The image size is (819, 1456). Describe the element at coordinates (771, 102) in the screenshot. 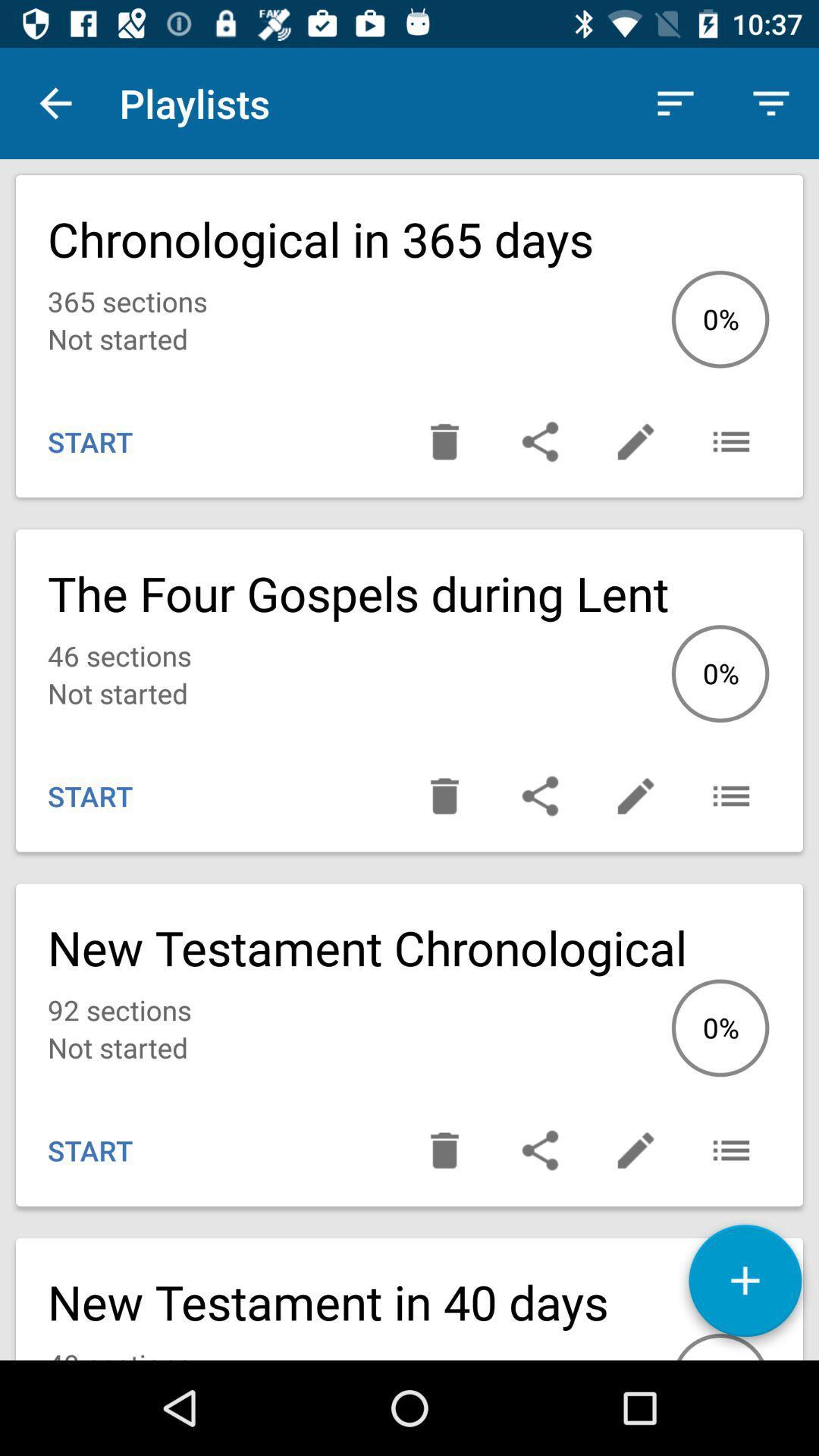

I see `item above the chronological in 365` at that location.